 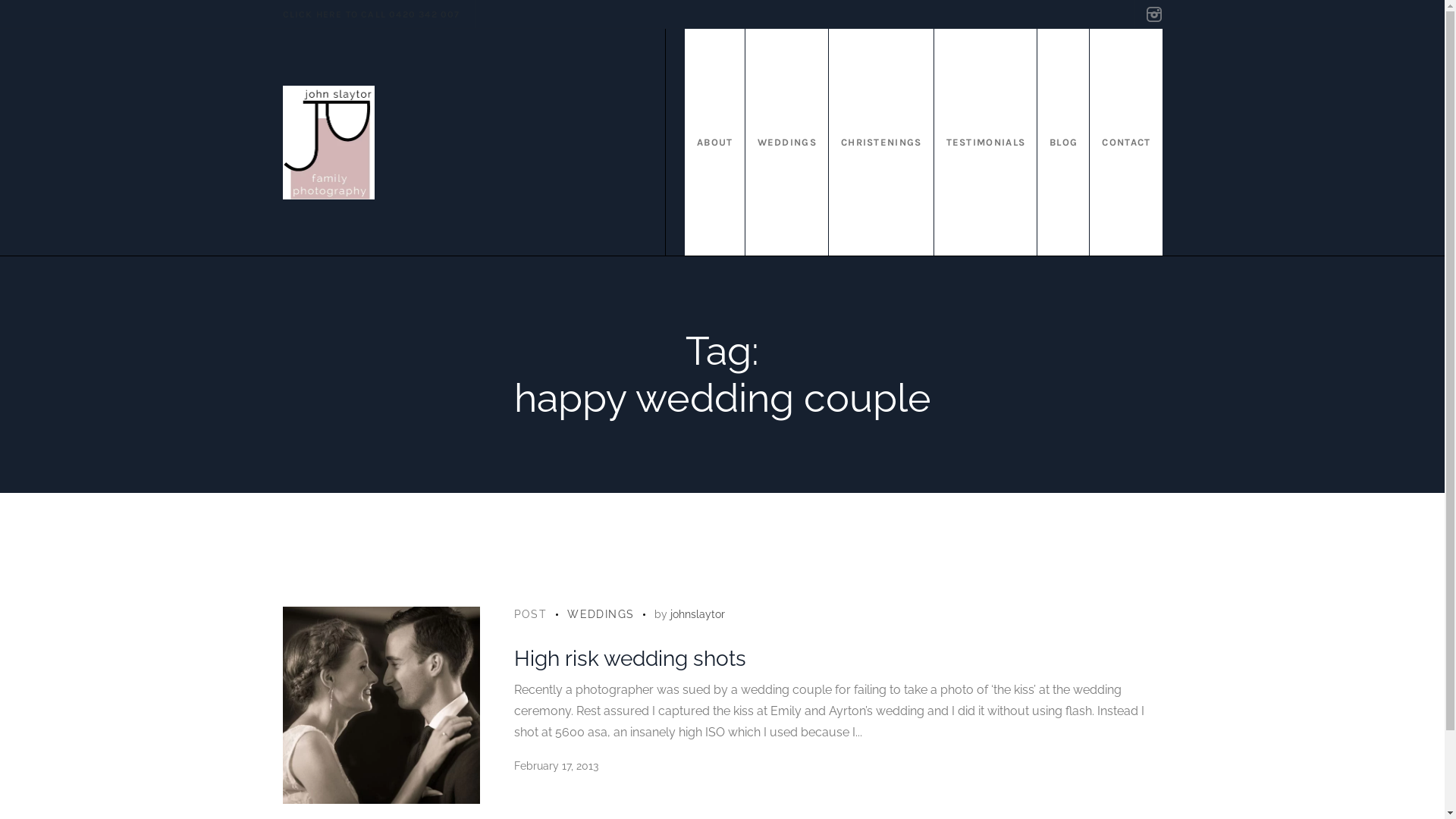 I want to click on 'CLICK HERE TO CALL 0420 342 007', so click(x=371, y=14).